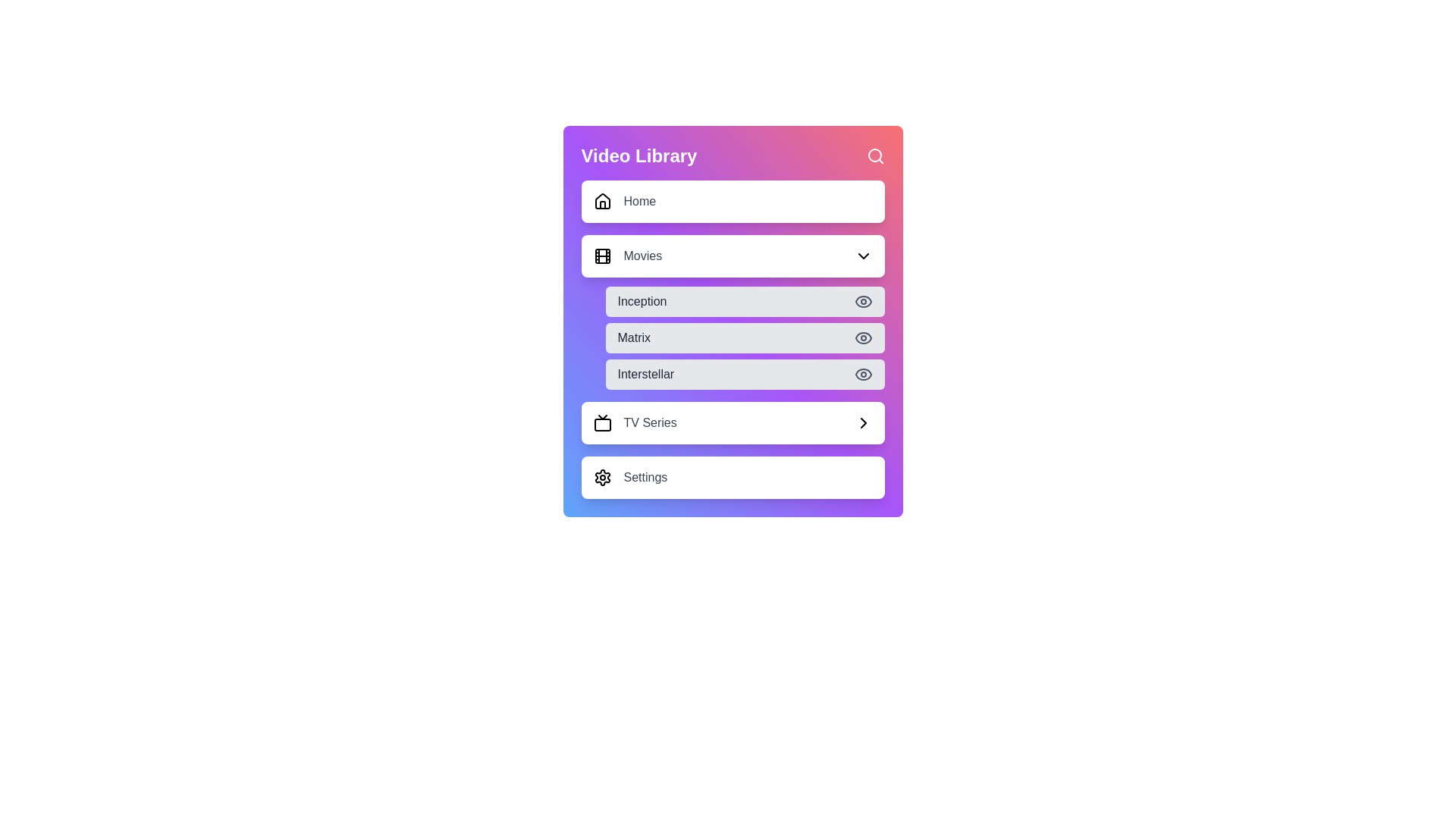 The image size is (1456, 819). I want to click on the stylized house icon located in the top-left portion of the application interface, which is the leftmost icon in the 'Home' button of a vertical list menu, so click(601, 200).